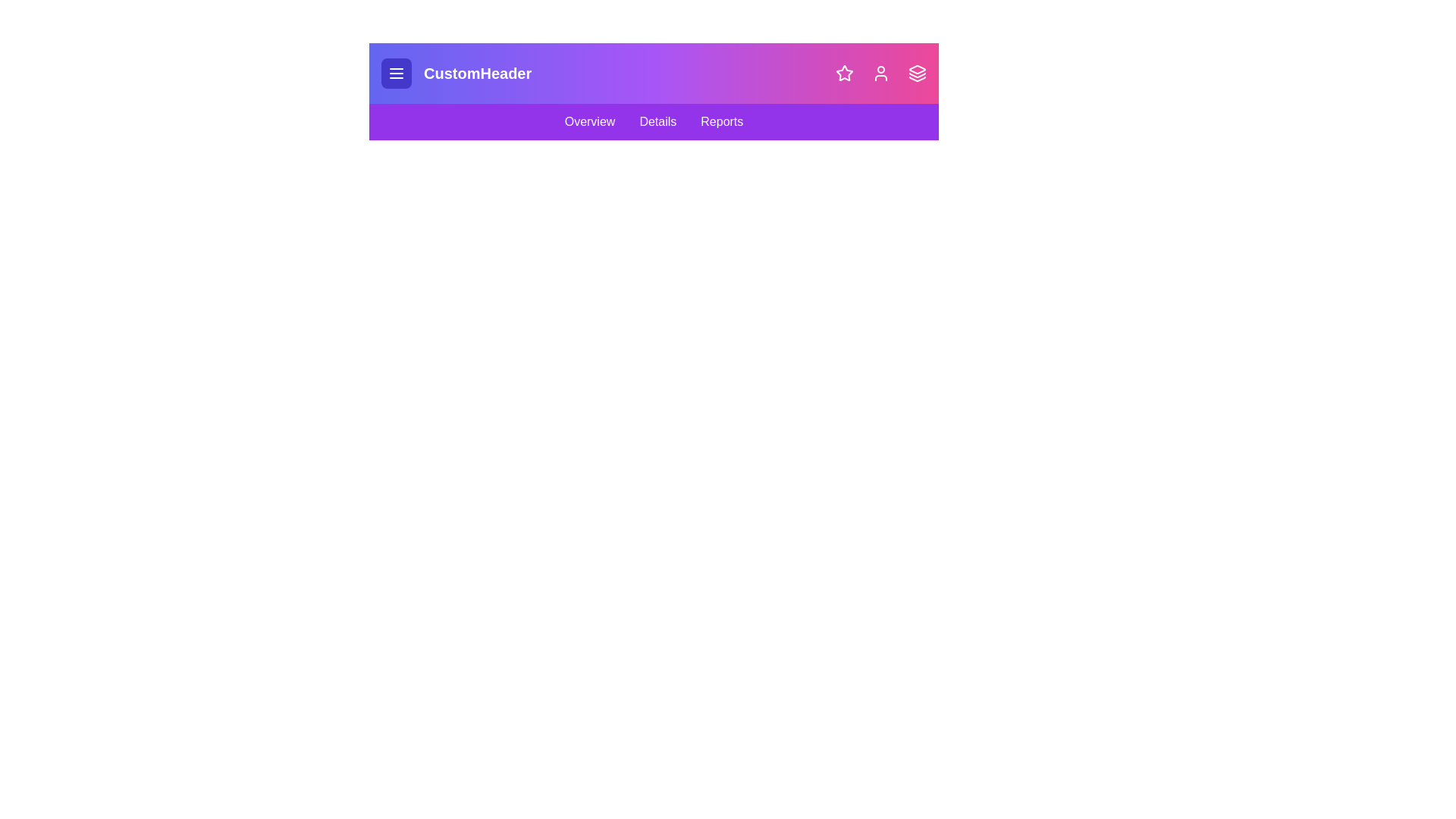 This screenshot has height=819, width=1456. I want to click on the user icon to open user-related actions, so click(880, 73).